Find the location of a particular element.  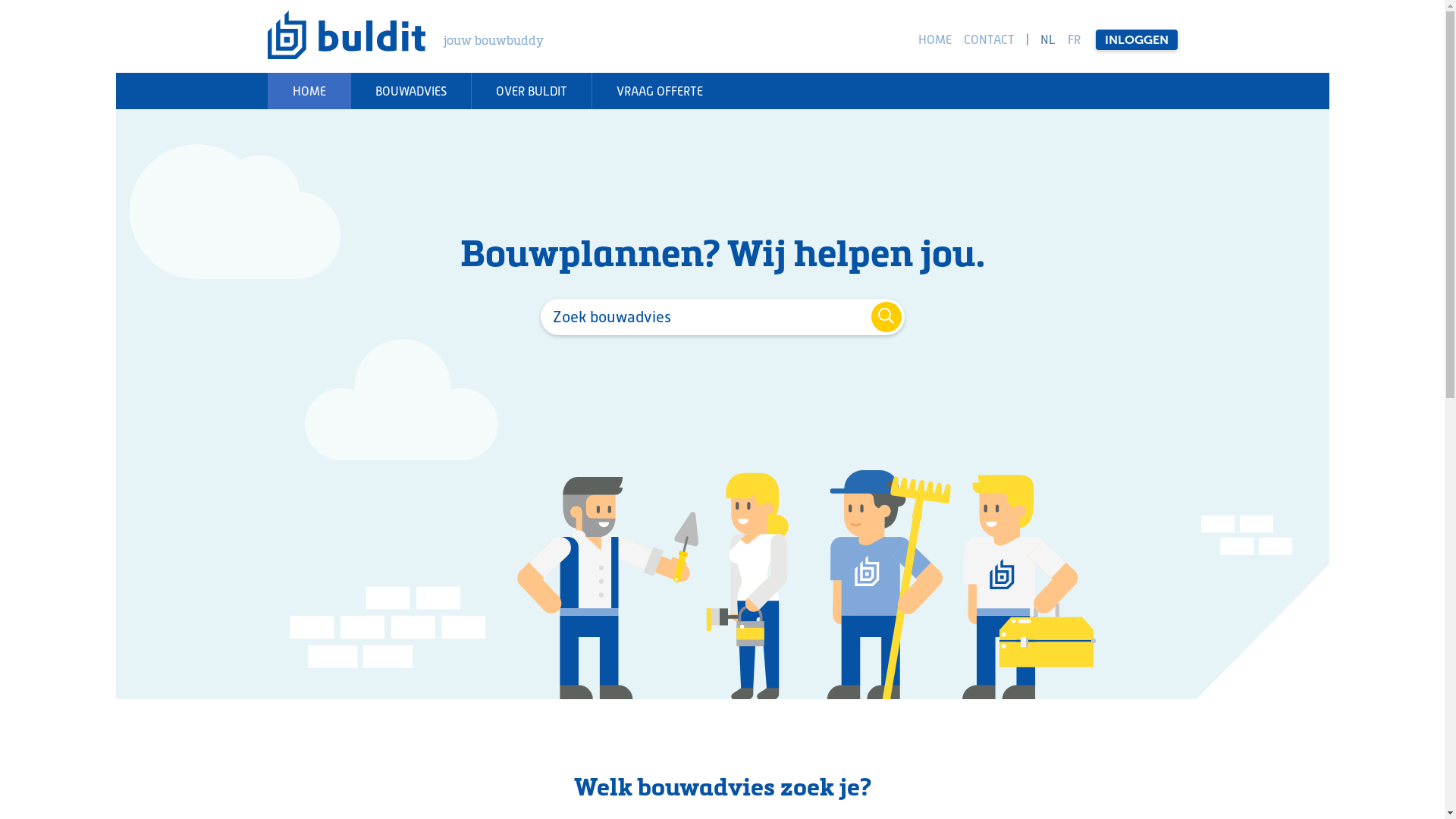

'INLOGGEN' is located at coordinates (1135, 38).